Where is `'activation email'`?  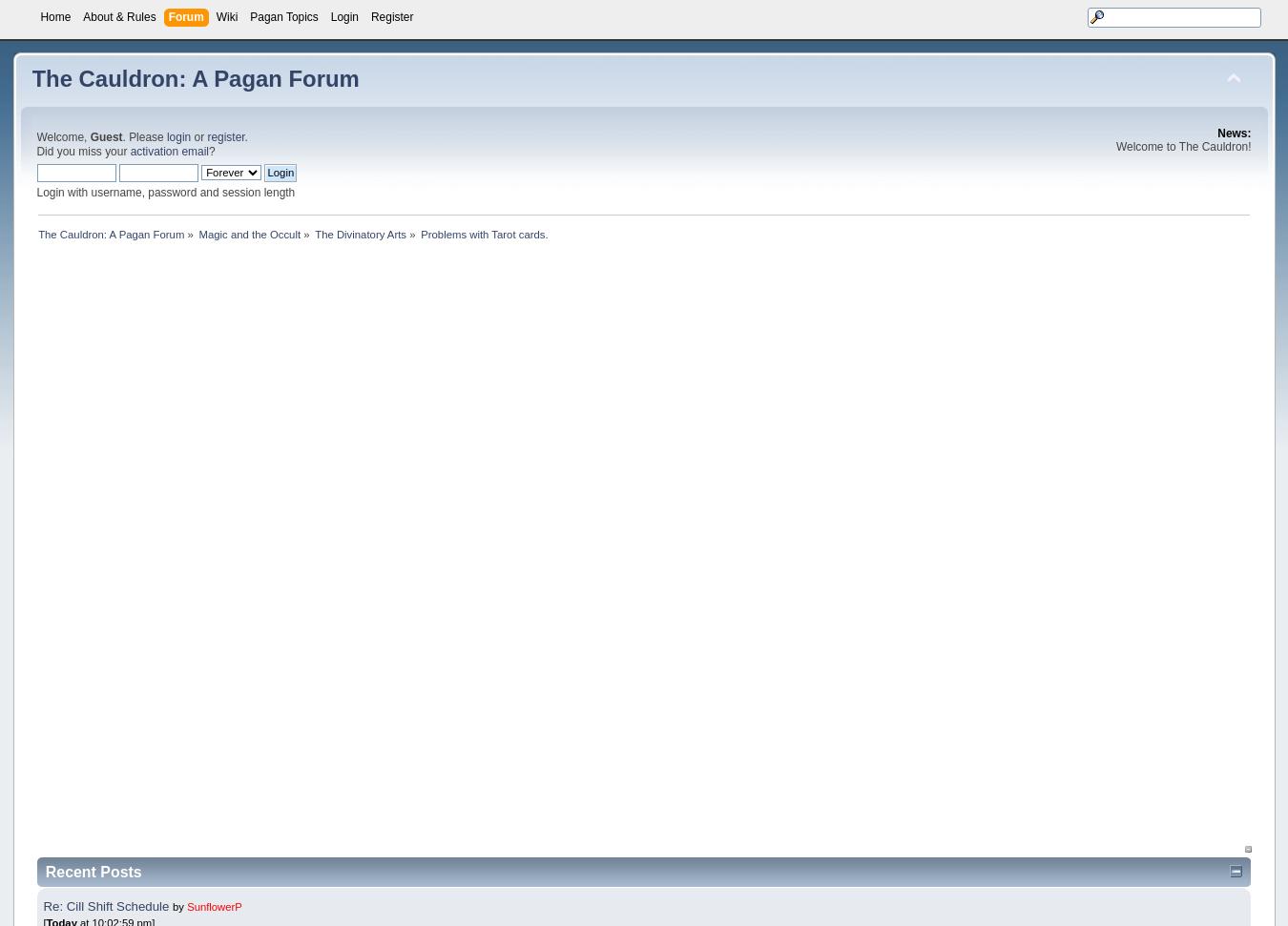
'activation email' is located at coordinates (168, 151).